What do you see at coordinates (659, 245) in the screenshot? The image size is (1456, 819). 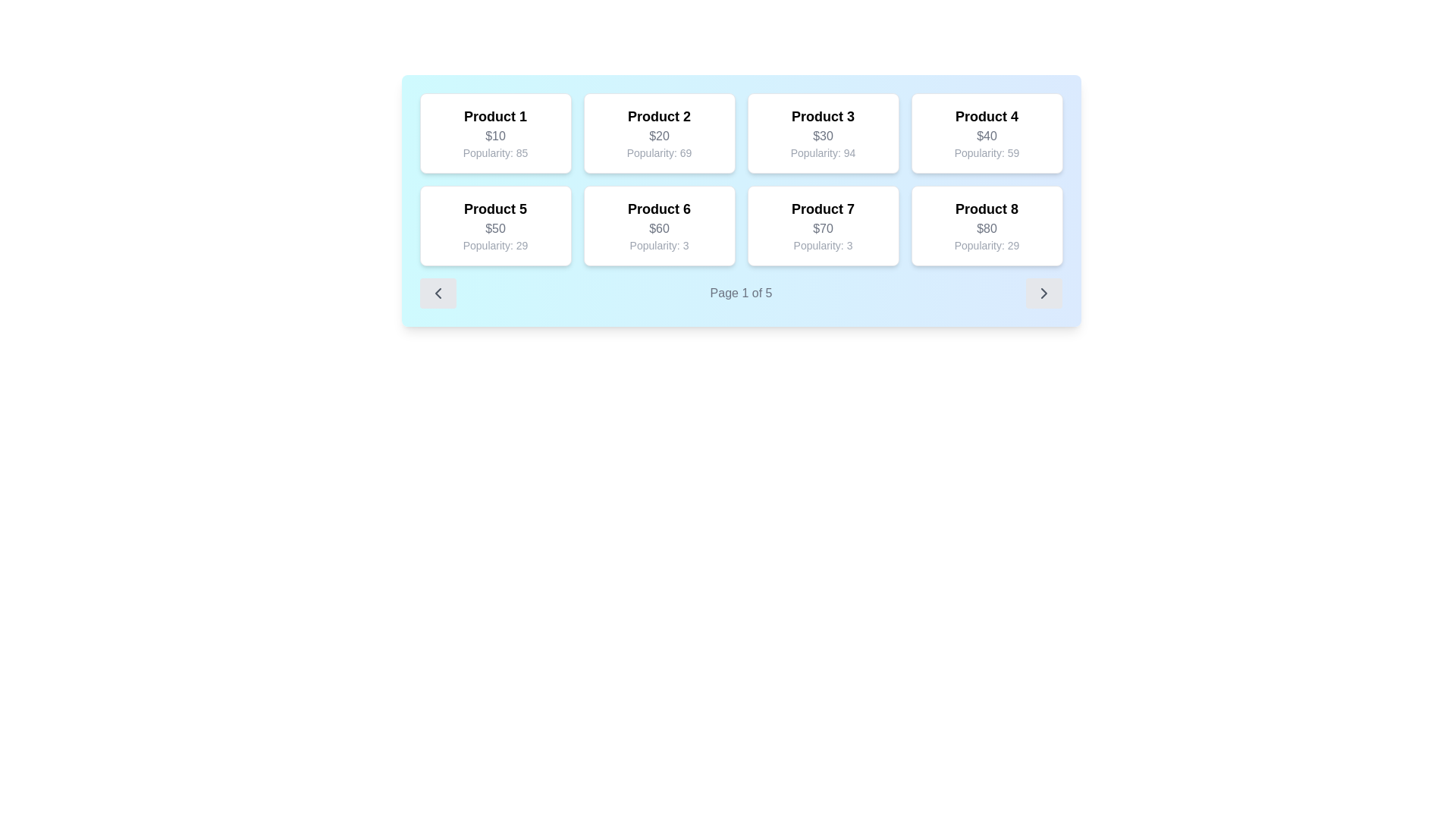 I see `the informational text label displaying the popularity rating of 'Product 6', located in the center of the third row of the grid layout, below 'Product 6' and '$60'` at bounding box center [659, 245].